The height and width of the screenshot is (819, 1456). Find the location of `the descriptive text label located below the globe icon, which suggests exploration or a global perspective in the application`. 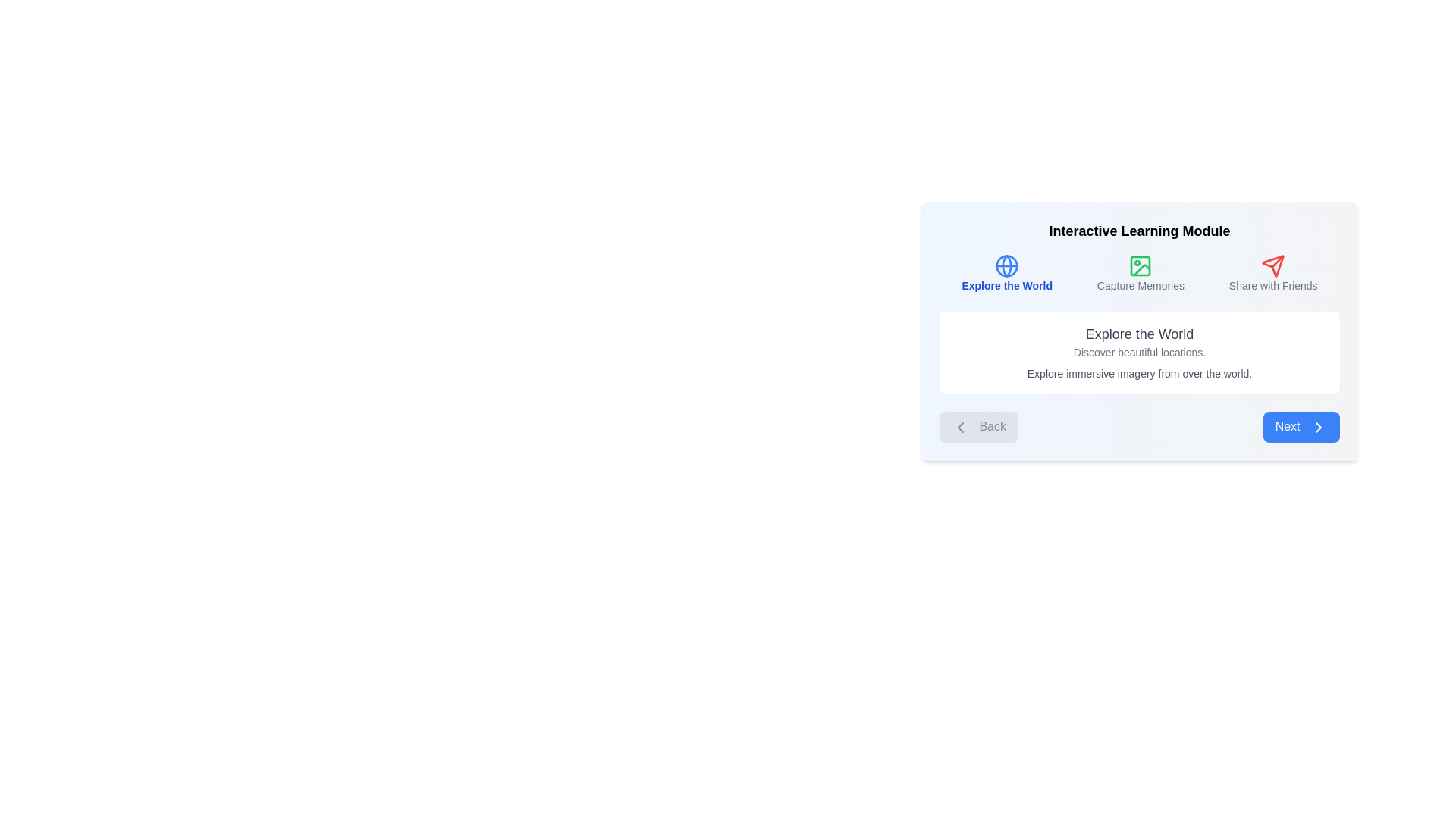

the descriptive text label located below the globe icon, which suggests exploration or a global perspective in the application is located at coordinates (1007, 286).